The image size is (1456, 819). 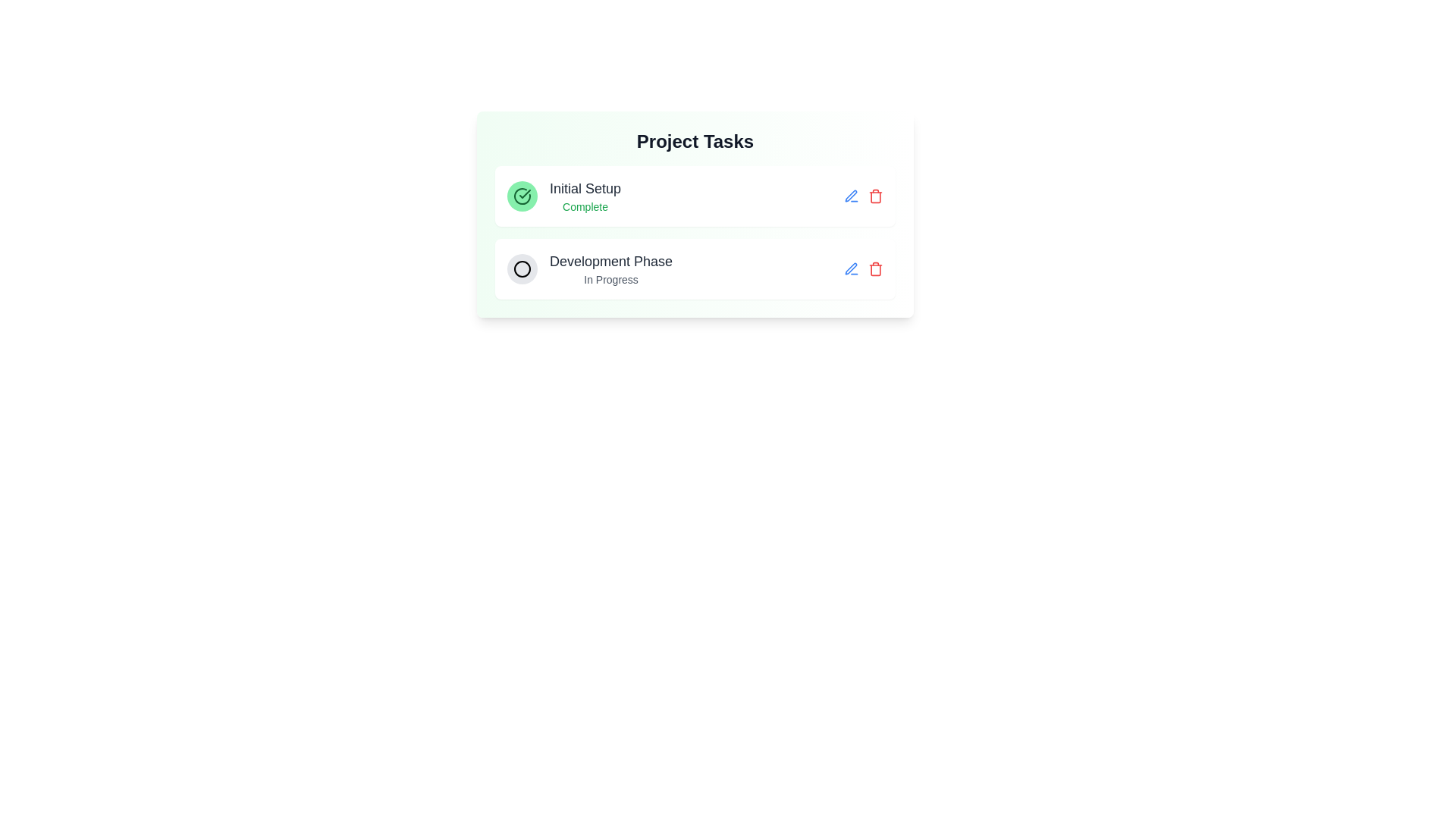 I want to click on the completion status icon located to the left of the text 'Initial Setup' in the 'Project Tasks' section, so click(x=522, y=195).